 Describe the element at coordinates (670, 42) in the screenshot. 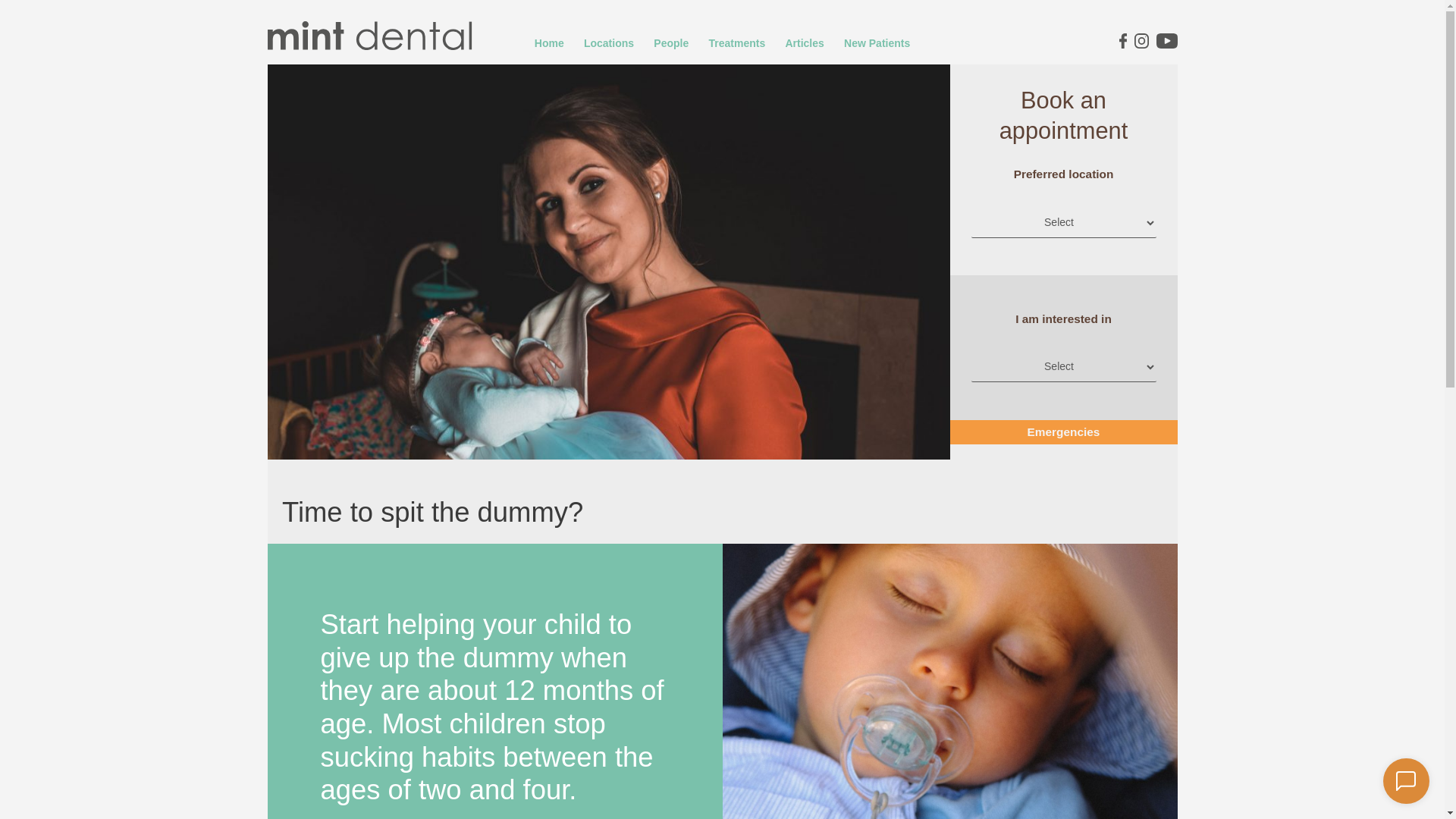

I see `'People'` at that location.